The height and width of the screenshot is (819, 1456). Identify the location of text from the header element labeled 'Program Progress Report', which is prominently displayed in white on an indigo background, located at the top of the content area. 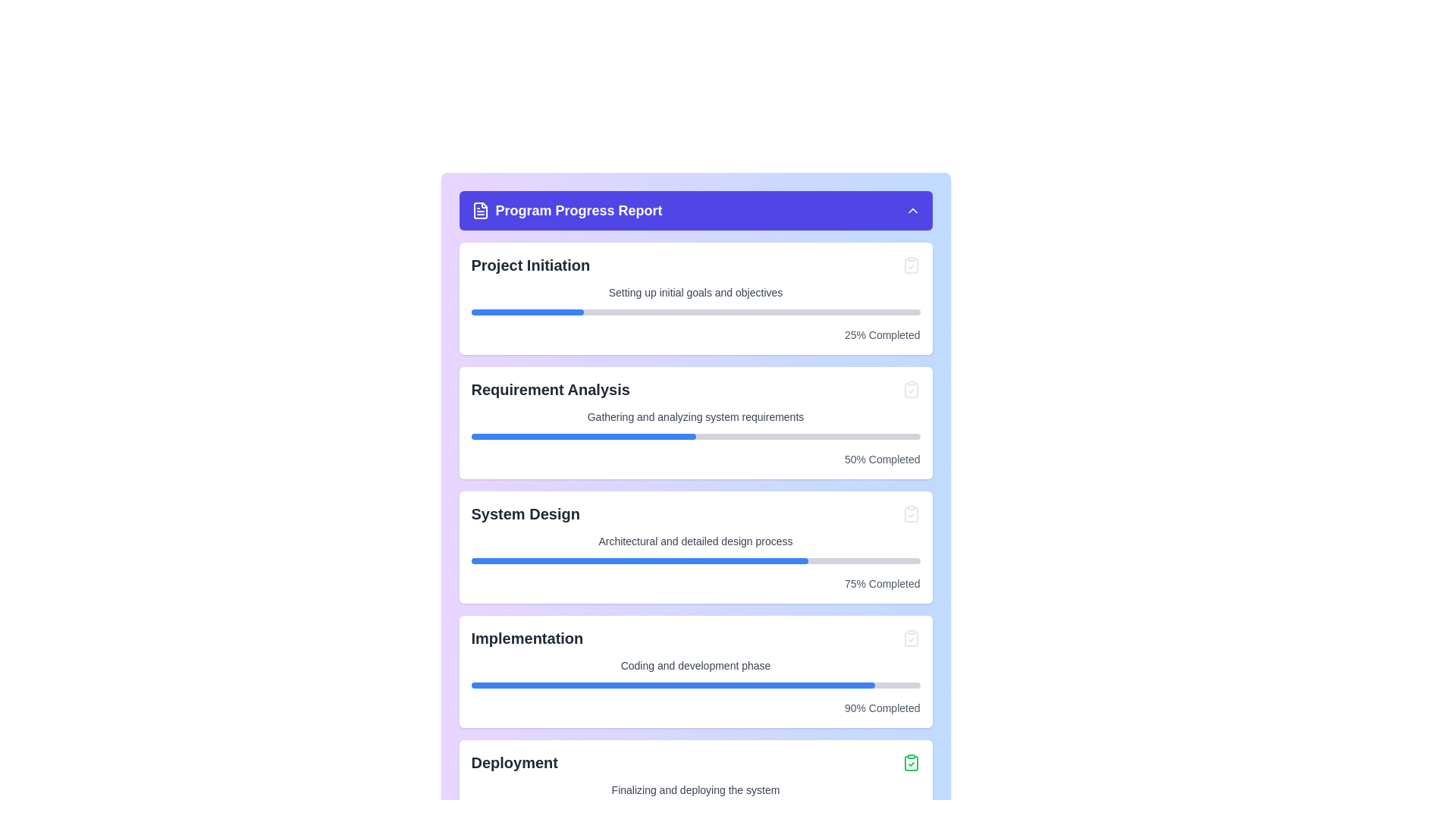
(566, 210).